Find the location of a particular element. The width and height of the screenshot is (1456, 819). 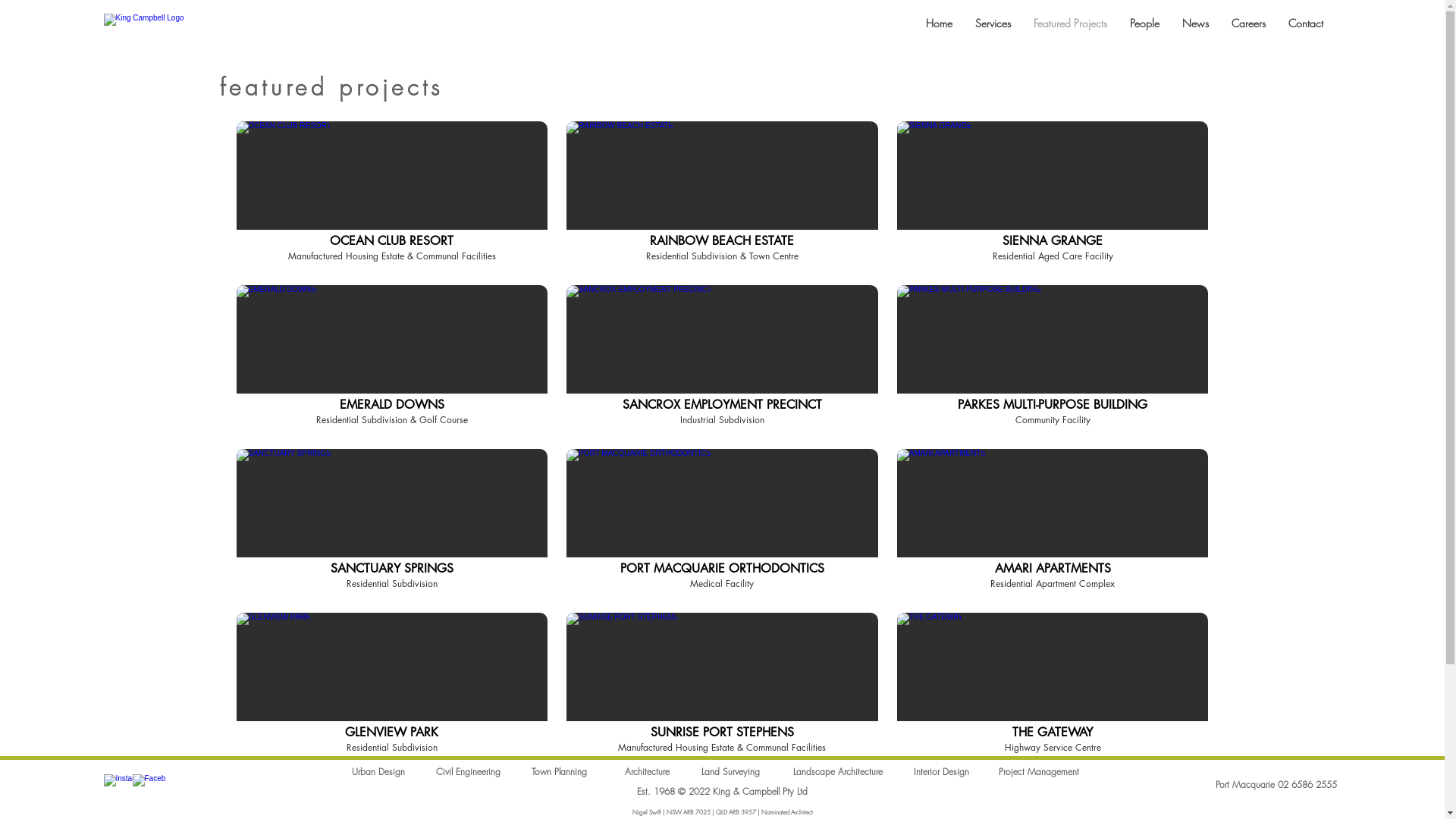

'Project Management' is located at coordinates (1037, 771).